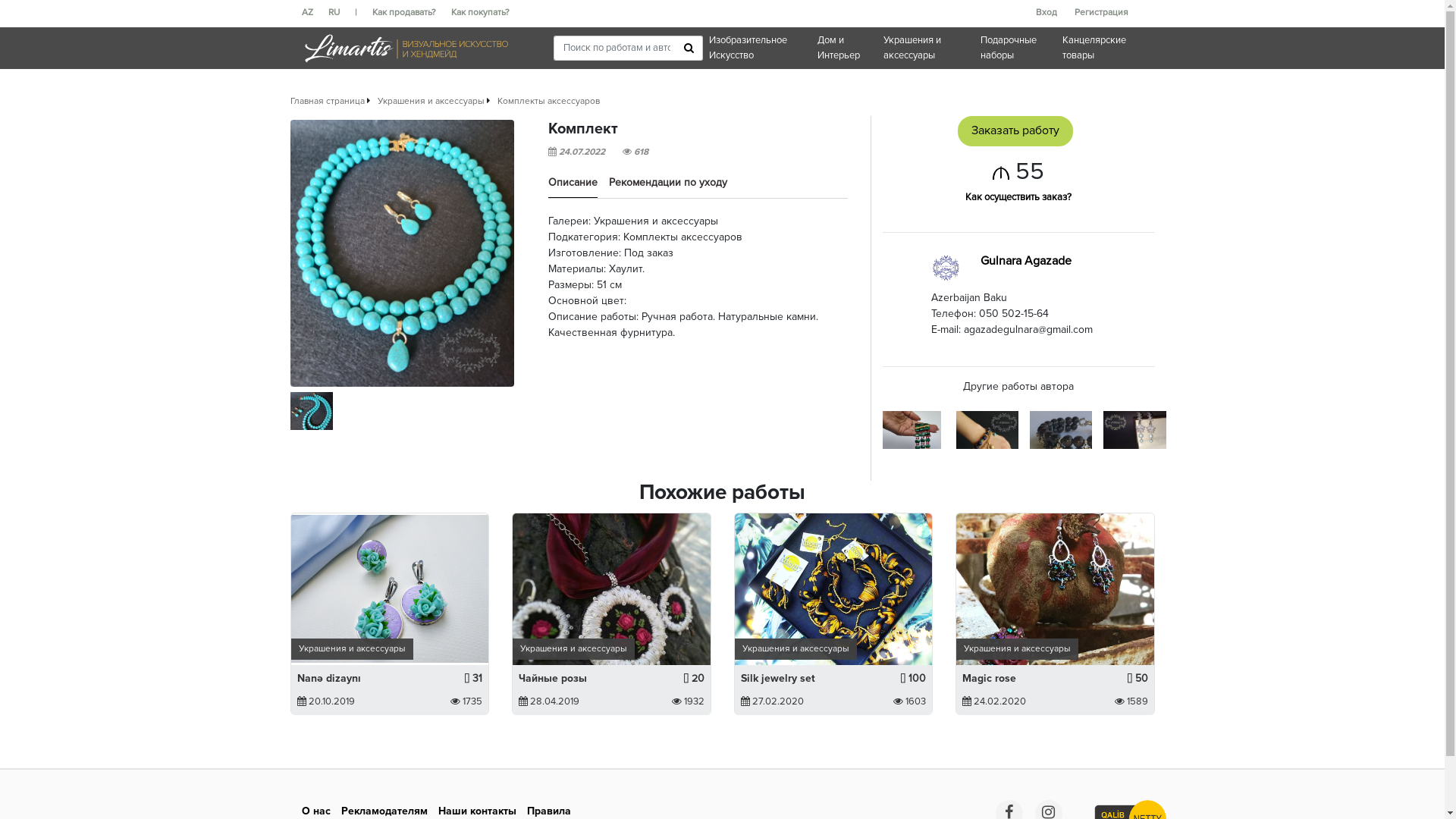 Image resolution: width=1456 pixels, height=819 pixels. Describe the element at coordinates (340, 12) in the screenshot. I see `'RU'` at that location.